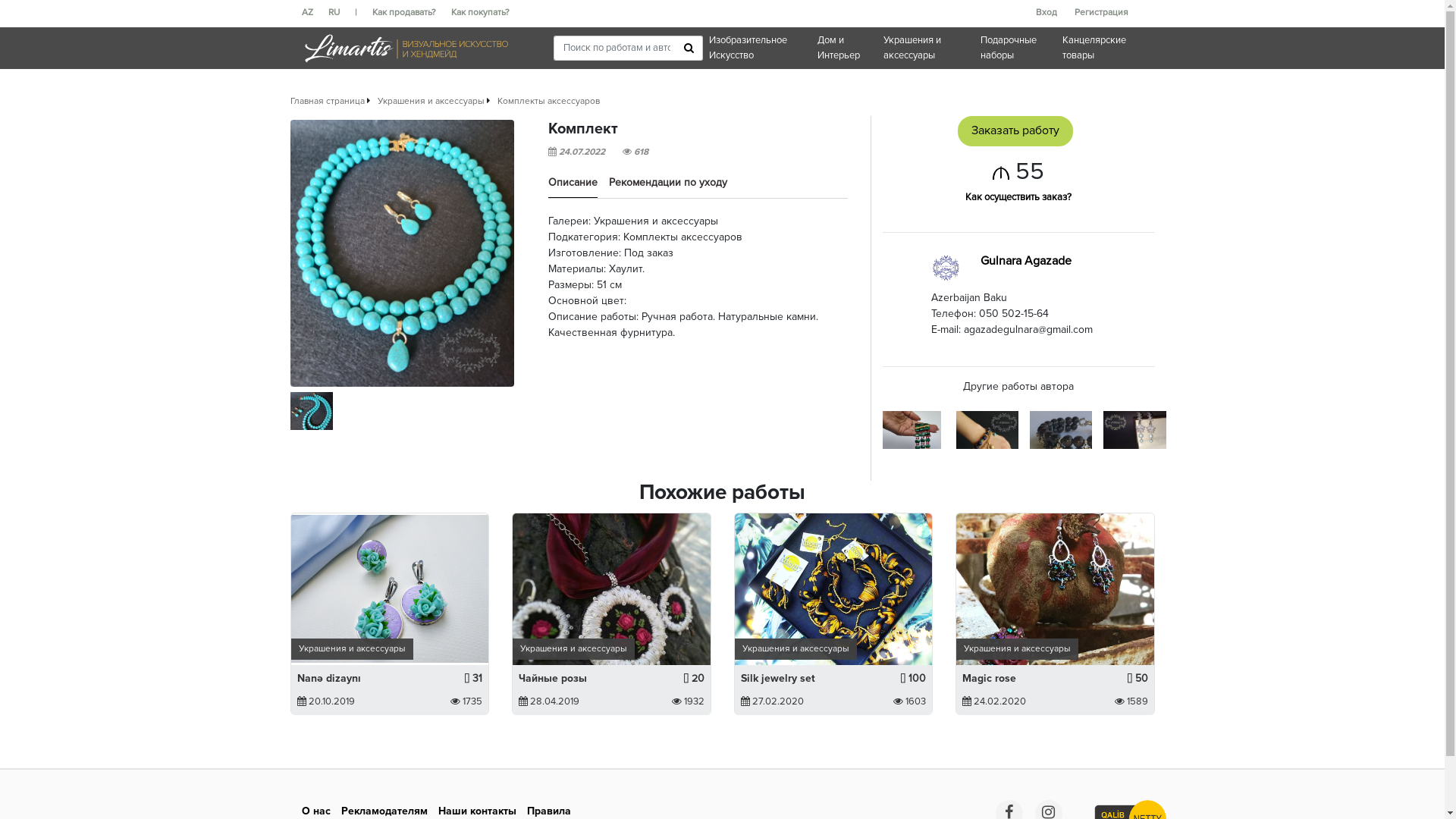 Image resolution: width=1456 pixels, height=819 pixels. Describe the element at coordinates (340, 12) in the screenshot. I see `'RU'` at that location.